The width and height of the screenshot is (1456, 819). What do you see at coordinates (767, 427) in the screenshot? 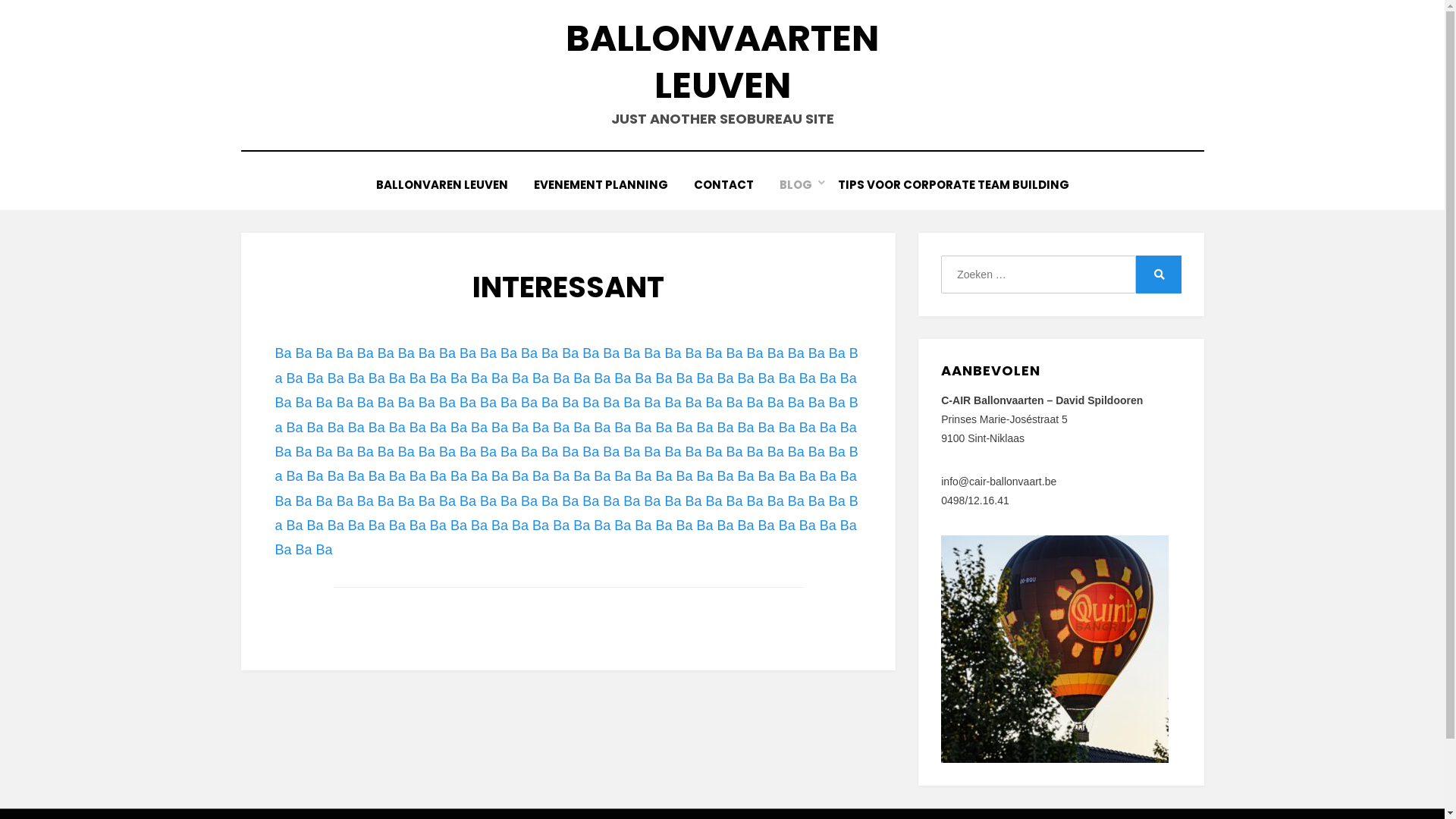
I see `'Ba'` at bounding box center [767, 427].